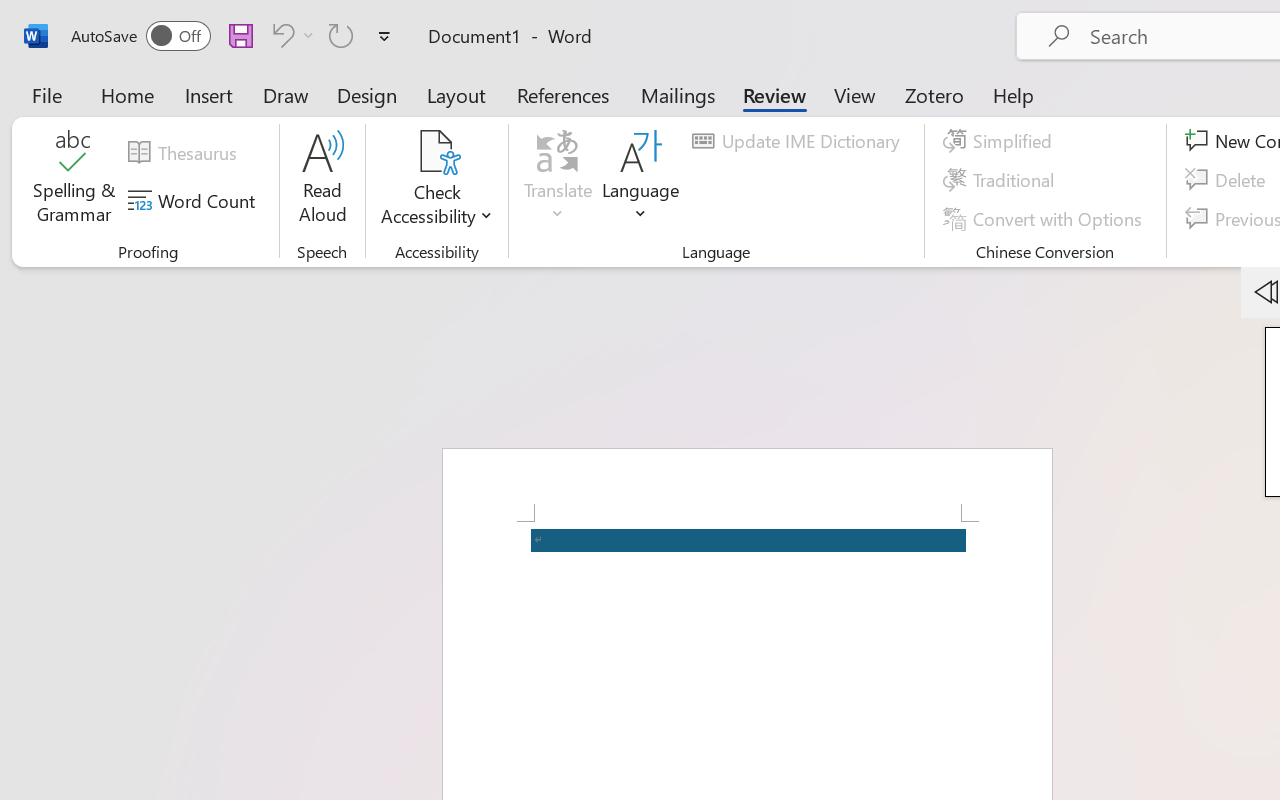  Describe the element at coordinates (323, 179) in the screenshot. I see `'Read Aloud'` at that location.